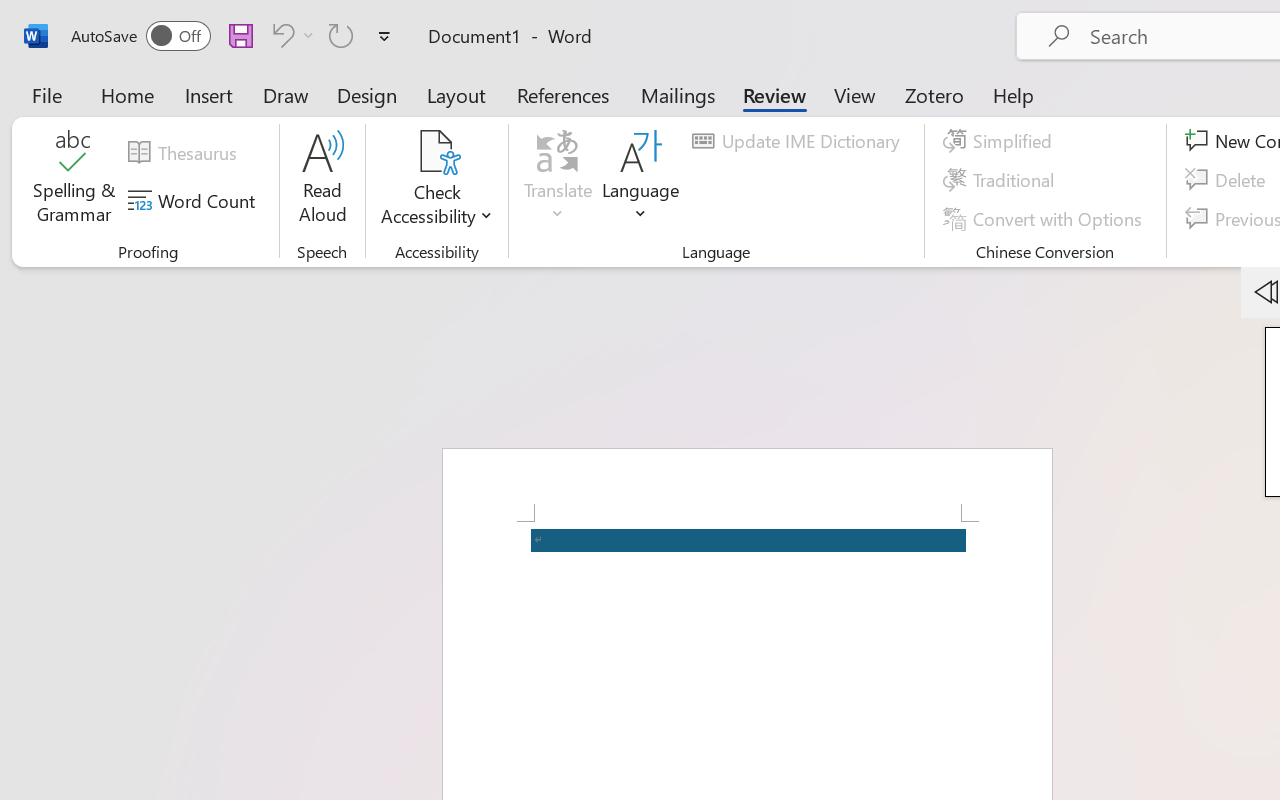  Describe the element at coordinates (323, 179) in the screenshot. I see `'Read Aloud'` at that location.